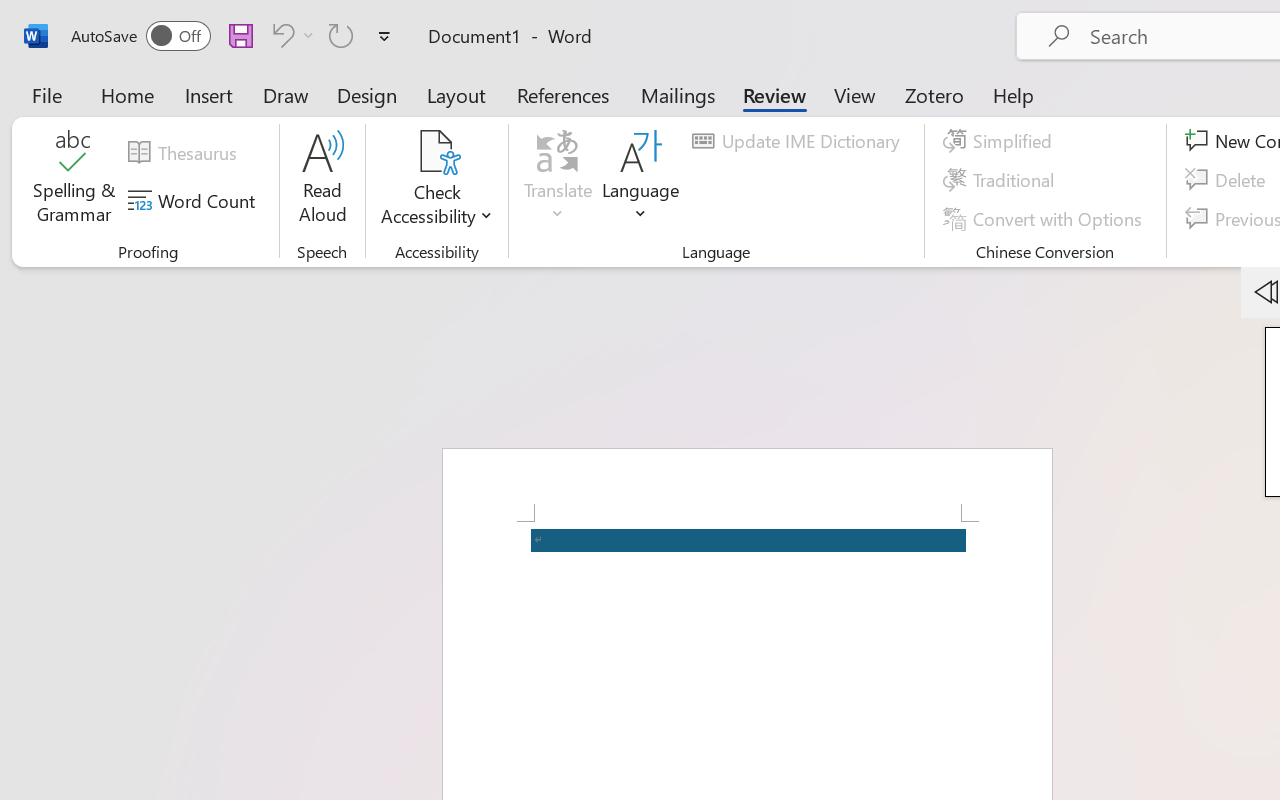  Describe the element at coordinates (323, 179) in the screenshot. I see `'Read Aloud'` at that location.